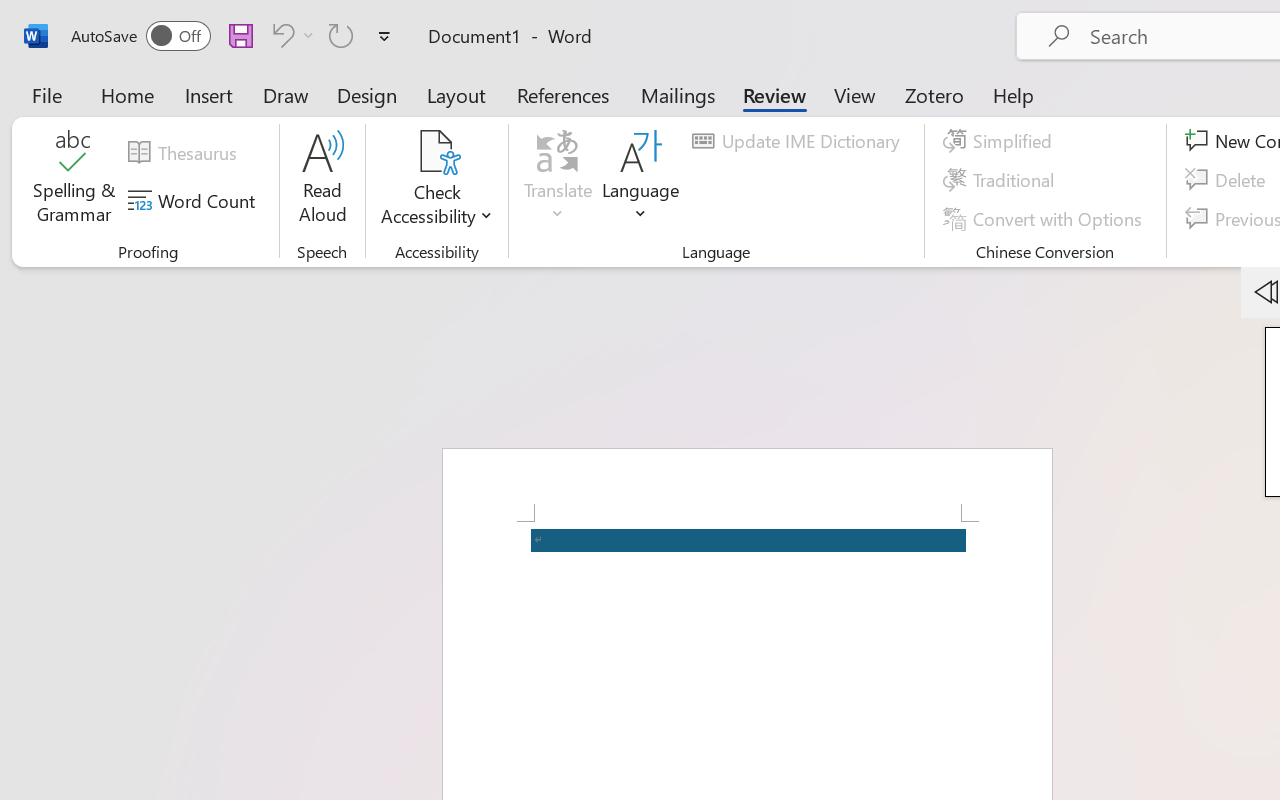  Describe the element at coordinates (323, 179) in the screenshot. I see `'Read Aloud'` at that location.